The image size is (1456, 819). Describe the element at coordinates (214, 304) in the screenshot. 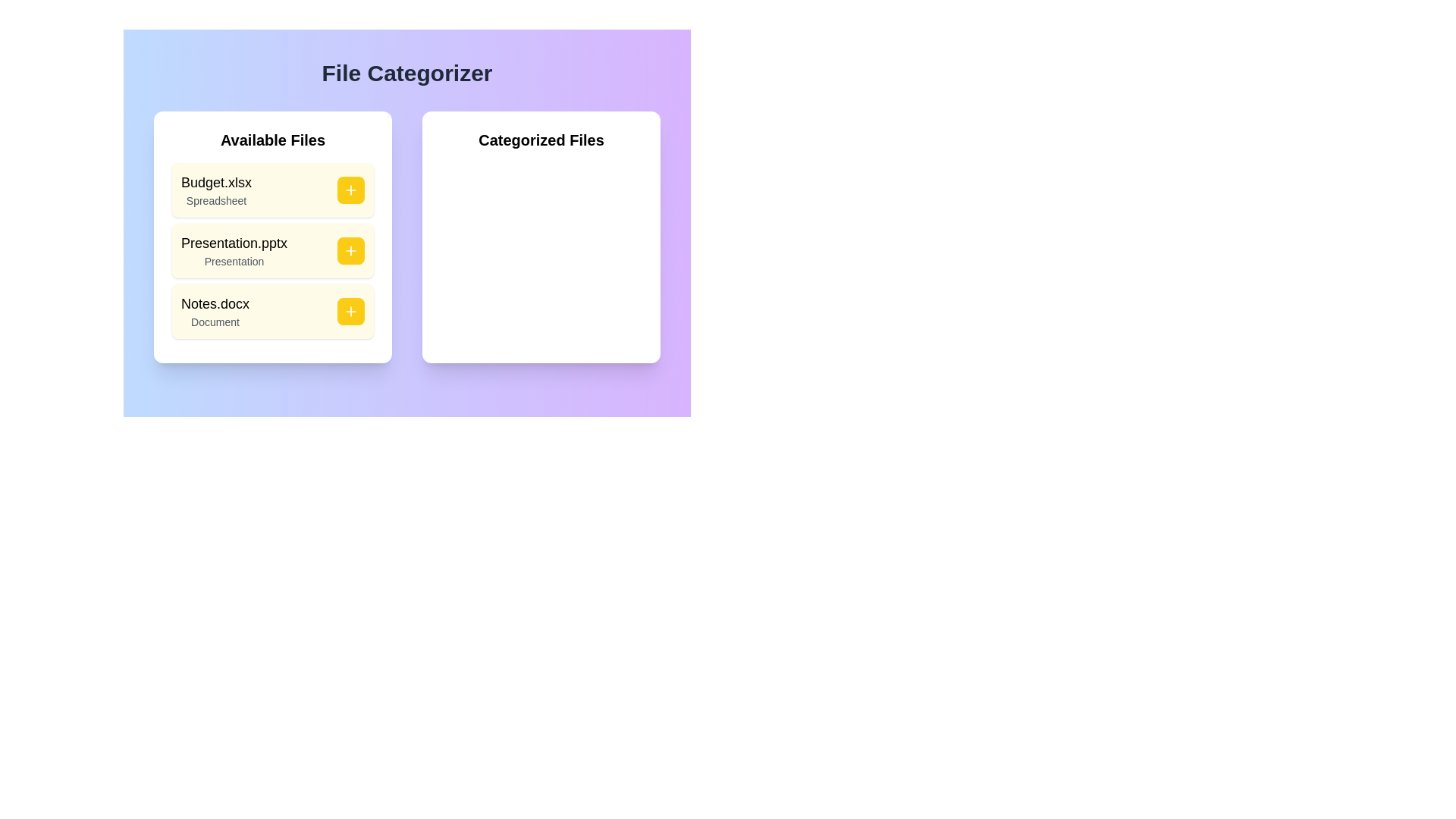

I see `the text label 'Notes.docx' located in the lower portion of a light yellow box in the 'Available Files' section` at that location.